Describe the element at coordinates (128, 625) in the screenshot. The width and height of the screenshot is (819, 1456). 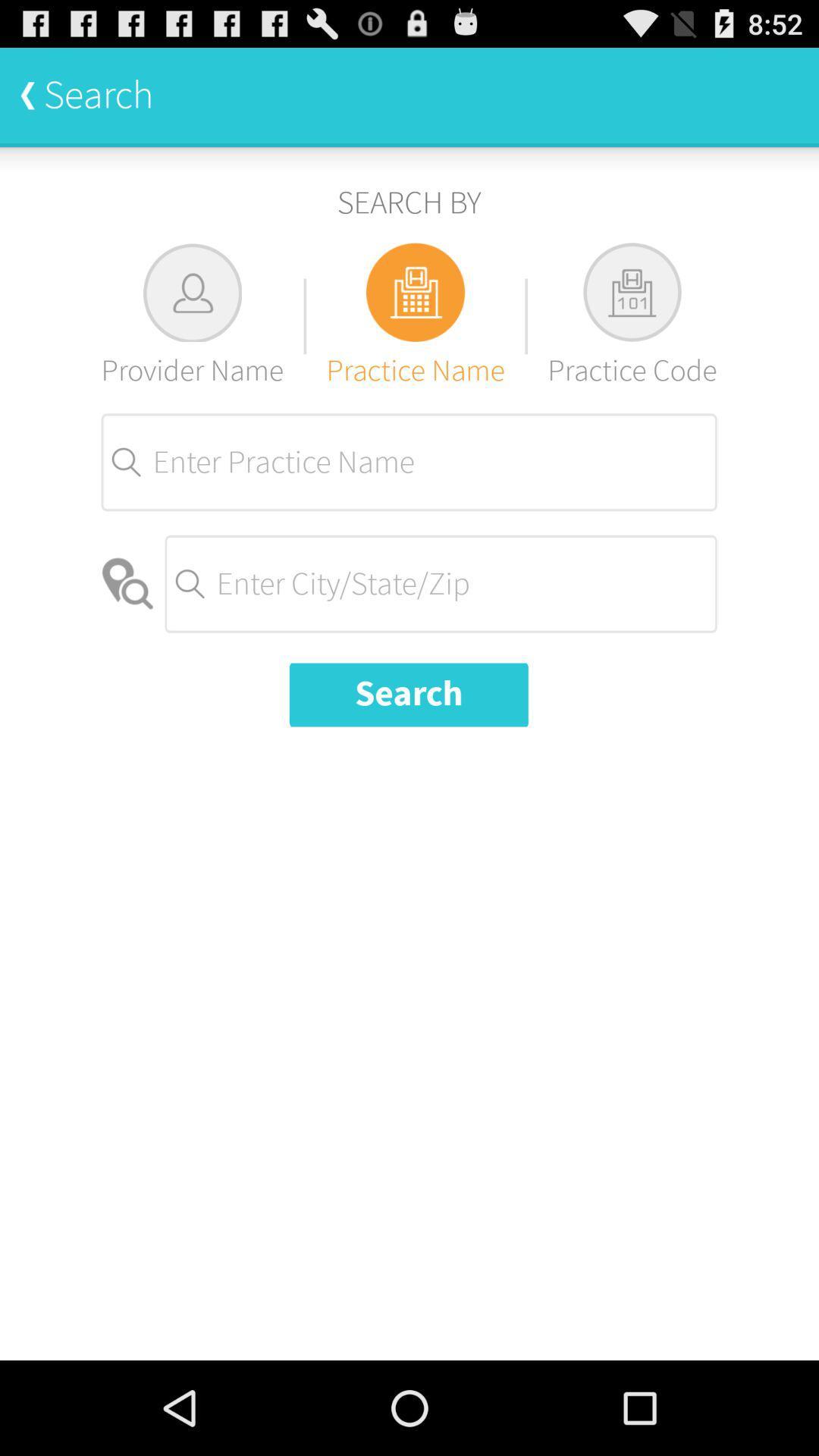
I see `the location icon` at that location.